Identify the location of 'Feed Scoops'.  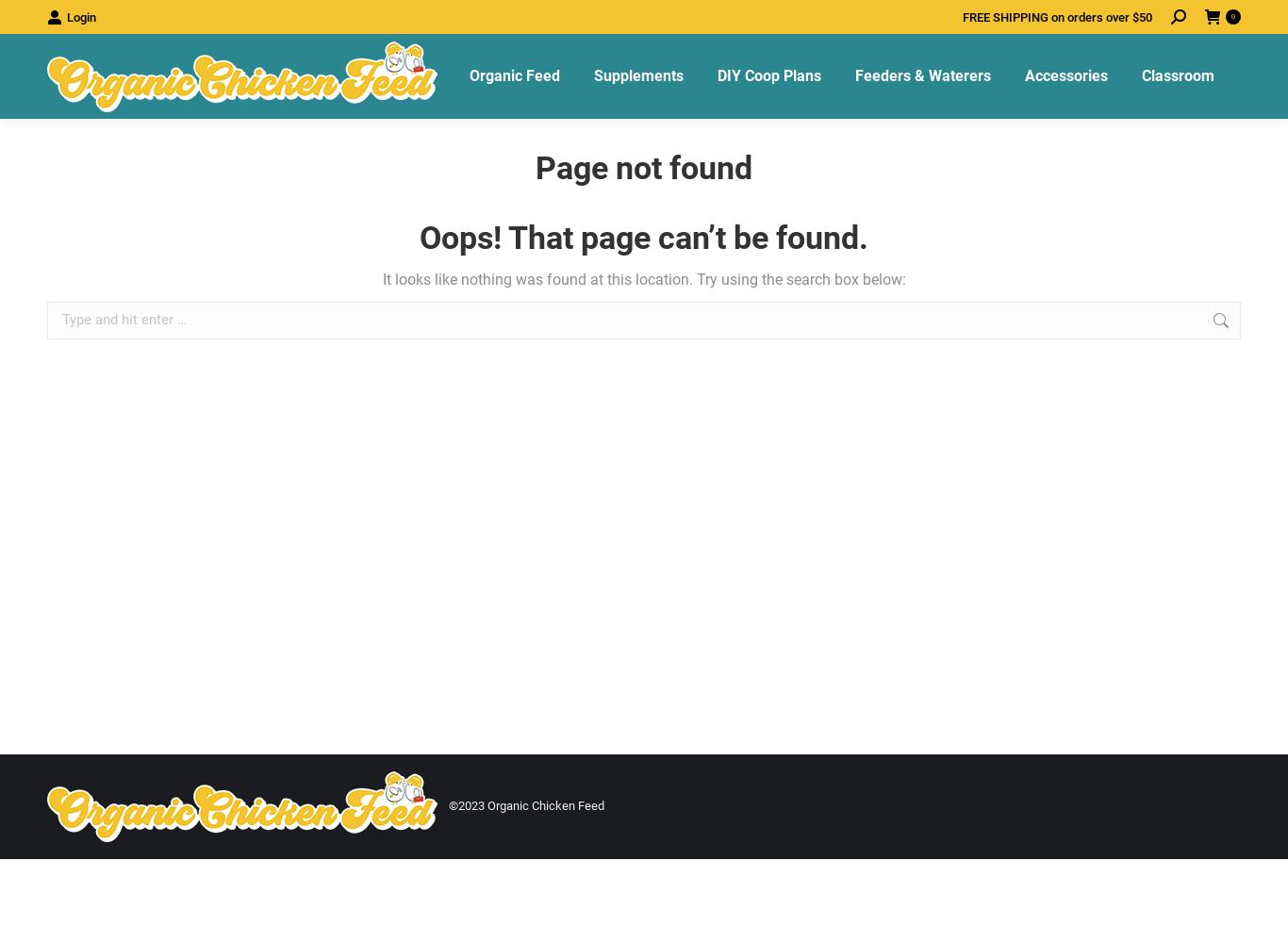
(1060, 217).